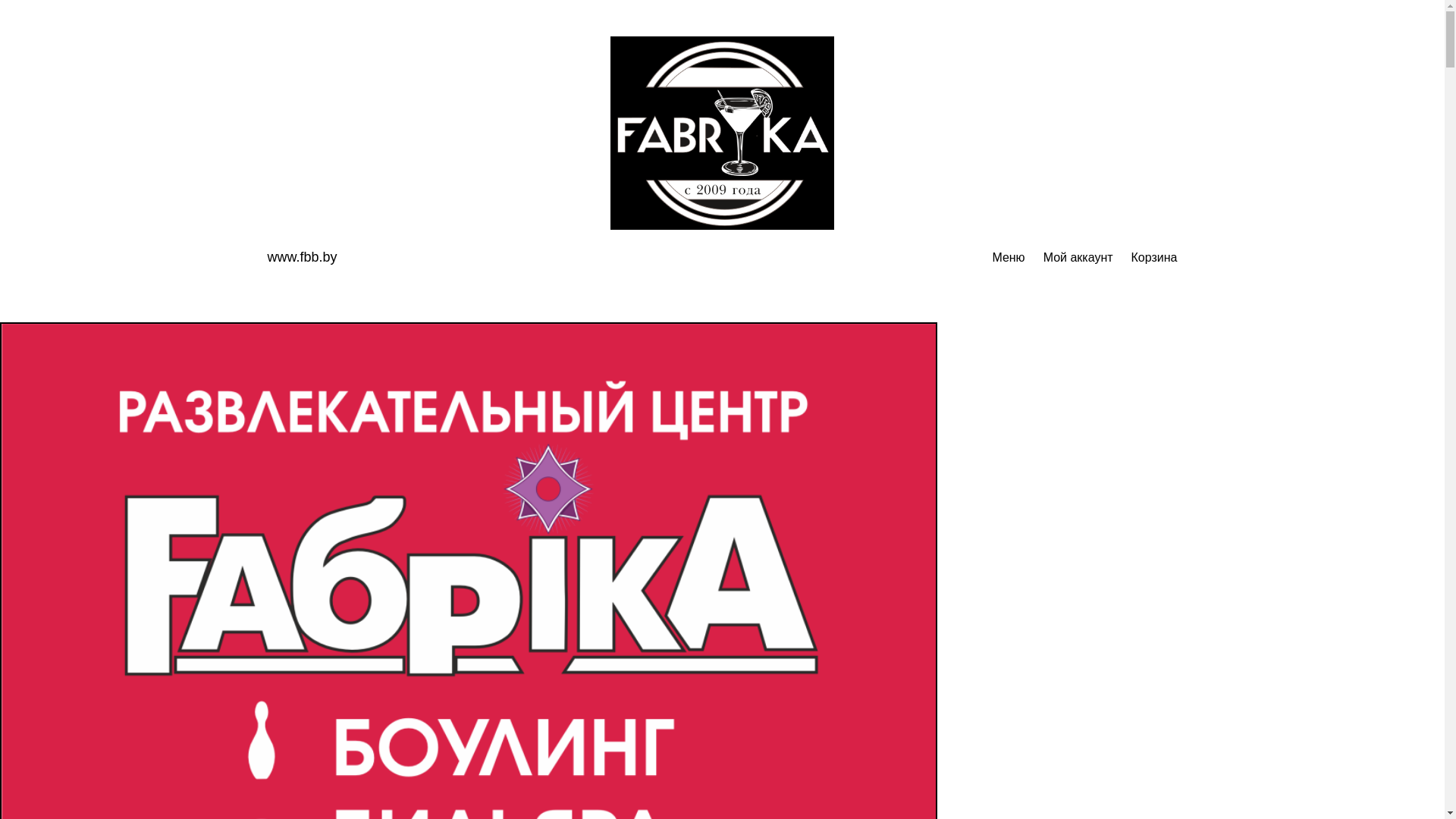  I want to click on 'www.fbb.by', so click(302, 256).